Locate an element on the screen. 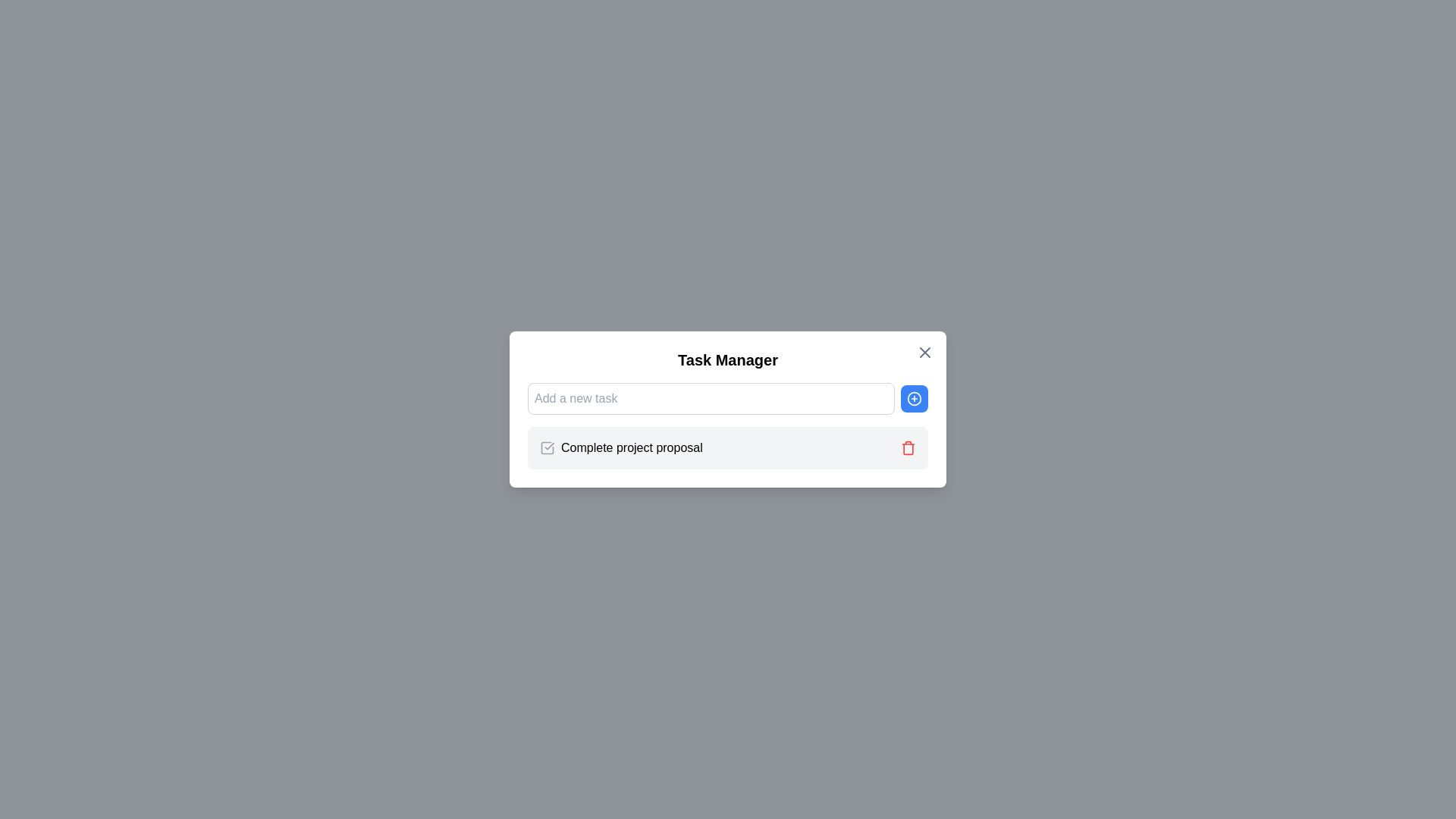  the checkbox styled as a square with a checkmark inside, which is positioned to the left of the 'Complete project proposal' label in the Task Manager interface is located at coordinates (546, 447).